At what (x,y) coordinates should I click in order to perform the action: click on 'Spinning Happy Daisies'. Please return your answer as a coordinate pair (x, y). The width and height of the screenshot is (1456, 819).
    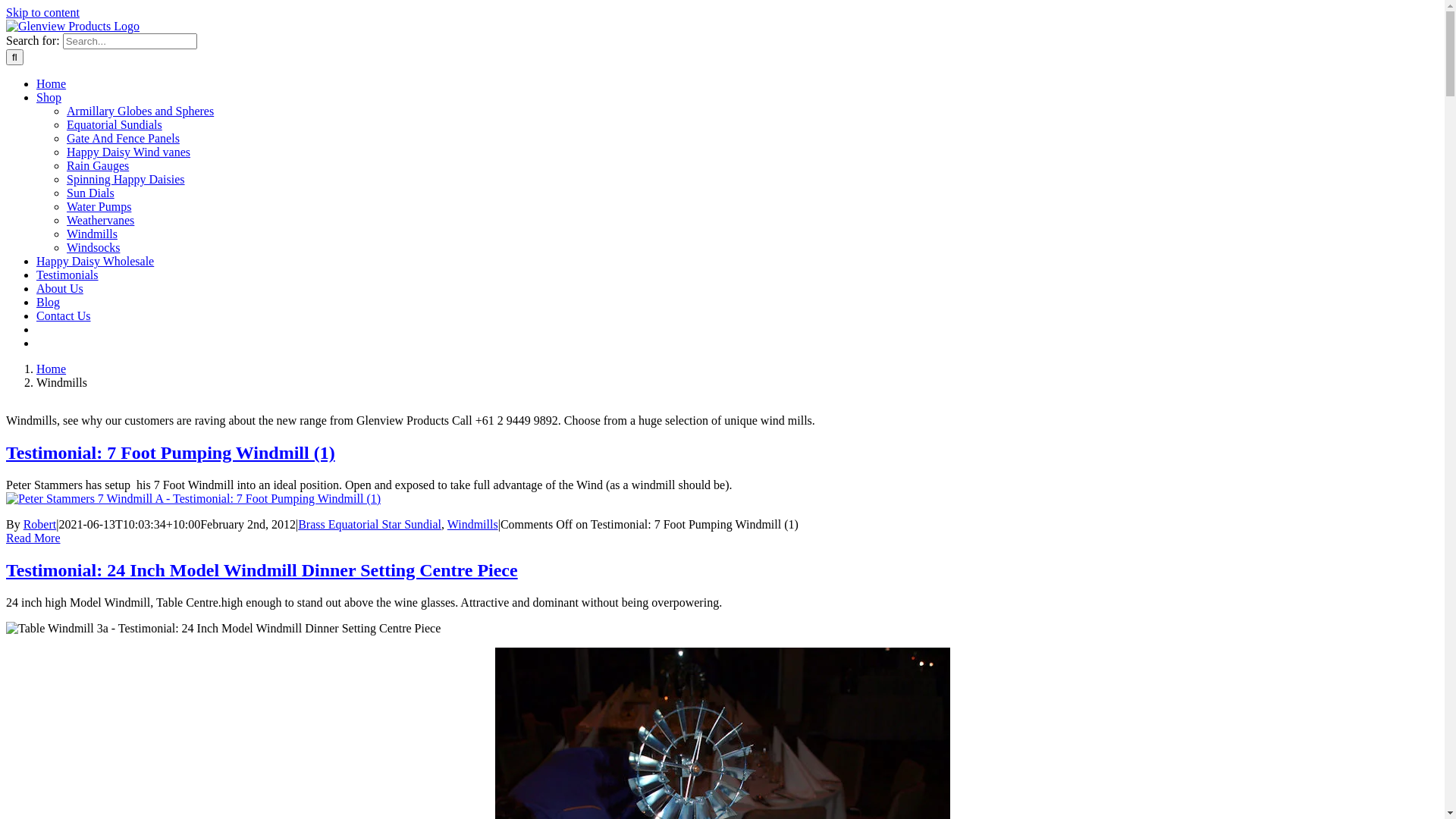
    Looking at the image, I should click on (65, 178).